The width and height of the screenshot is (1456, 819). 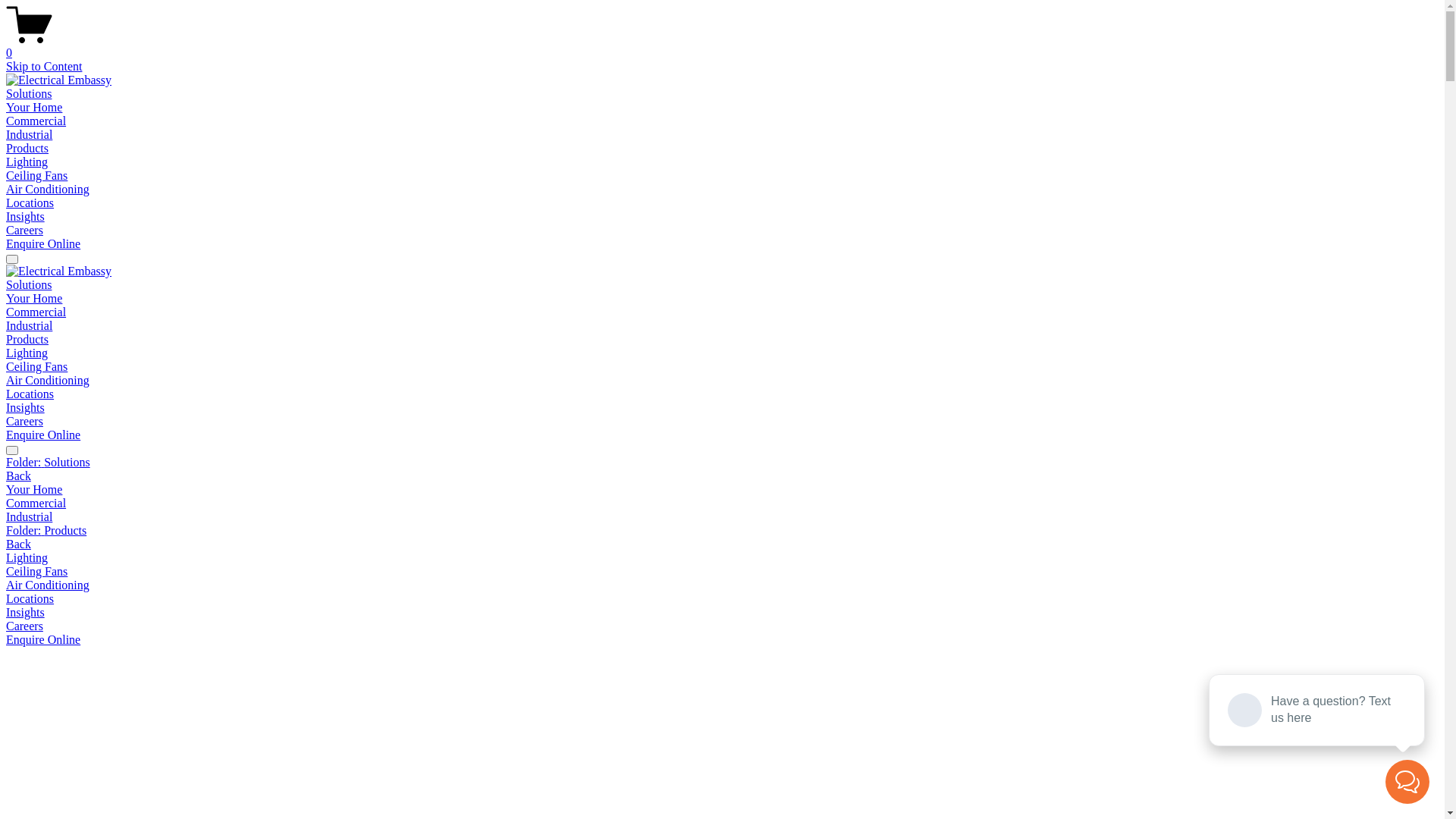 What do you see at coordinates (721, 489) in the screenshot?
I see `'Your Home'` at bounding box center [721, 489].